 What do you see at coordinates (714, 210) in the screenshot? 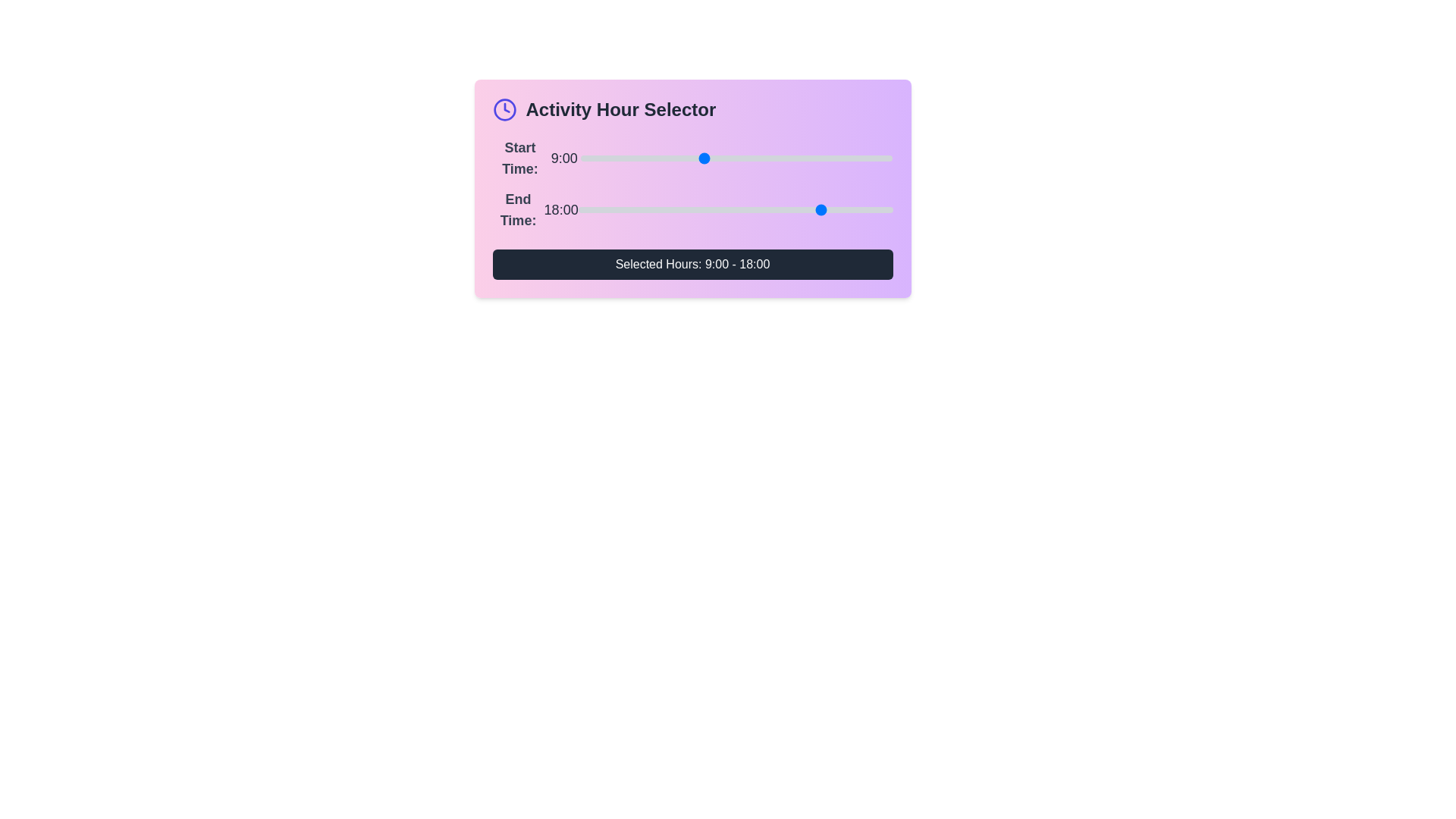
I see `the end time slider to set the hour to 10` at bounding box center [714, 210].